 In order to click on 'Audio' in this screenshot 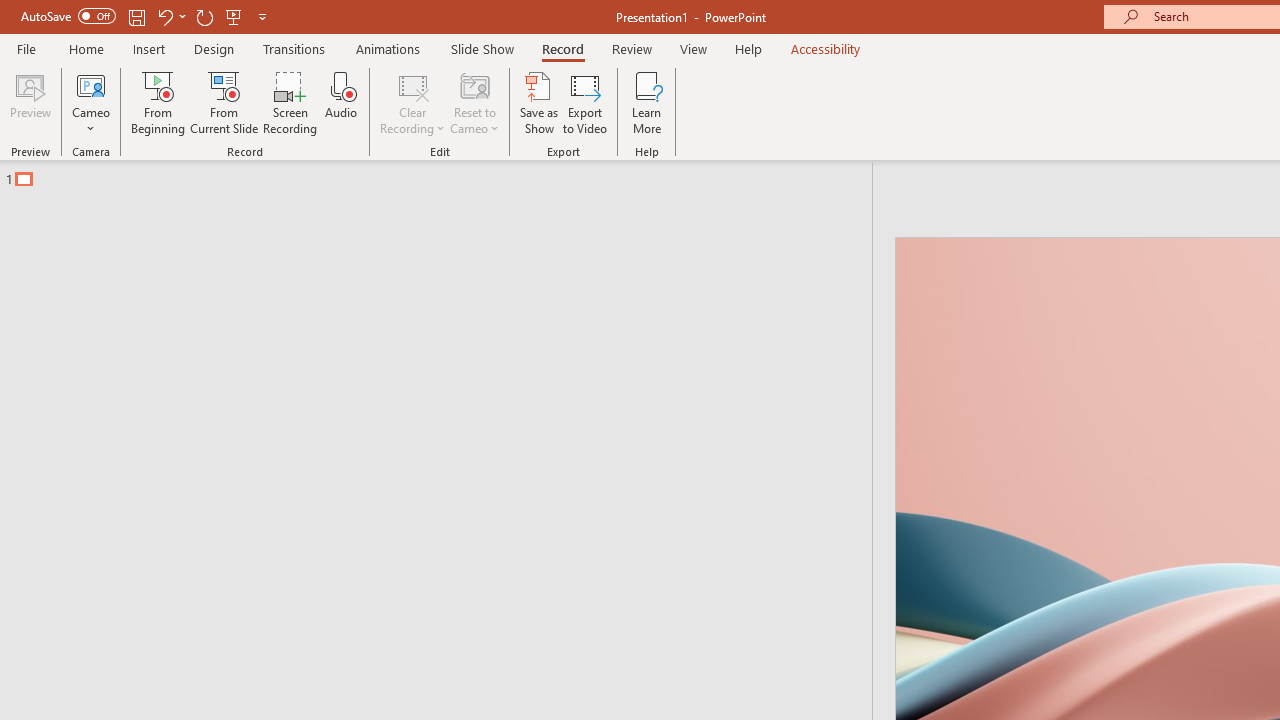, I will do `click(341, 103)`.